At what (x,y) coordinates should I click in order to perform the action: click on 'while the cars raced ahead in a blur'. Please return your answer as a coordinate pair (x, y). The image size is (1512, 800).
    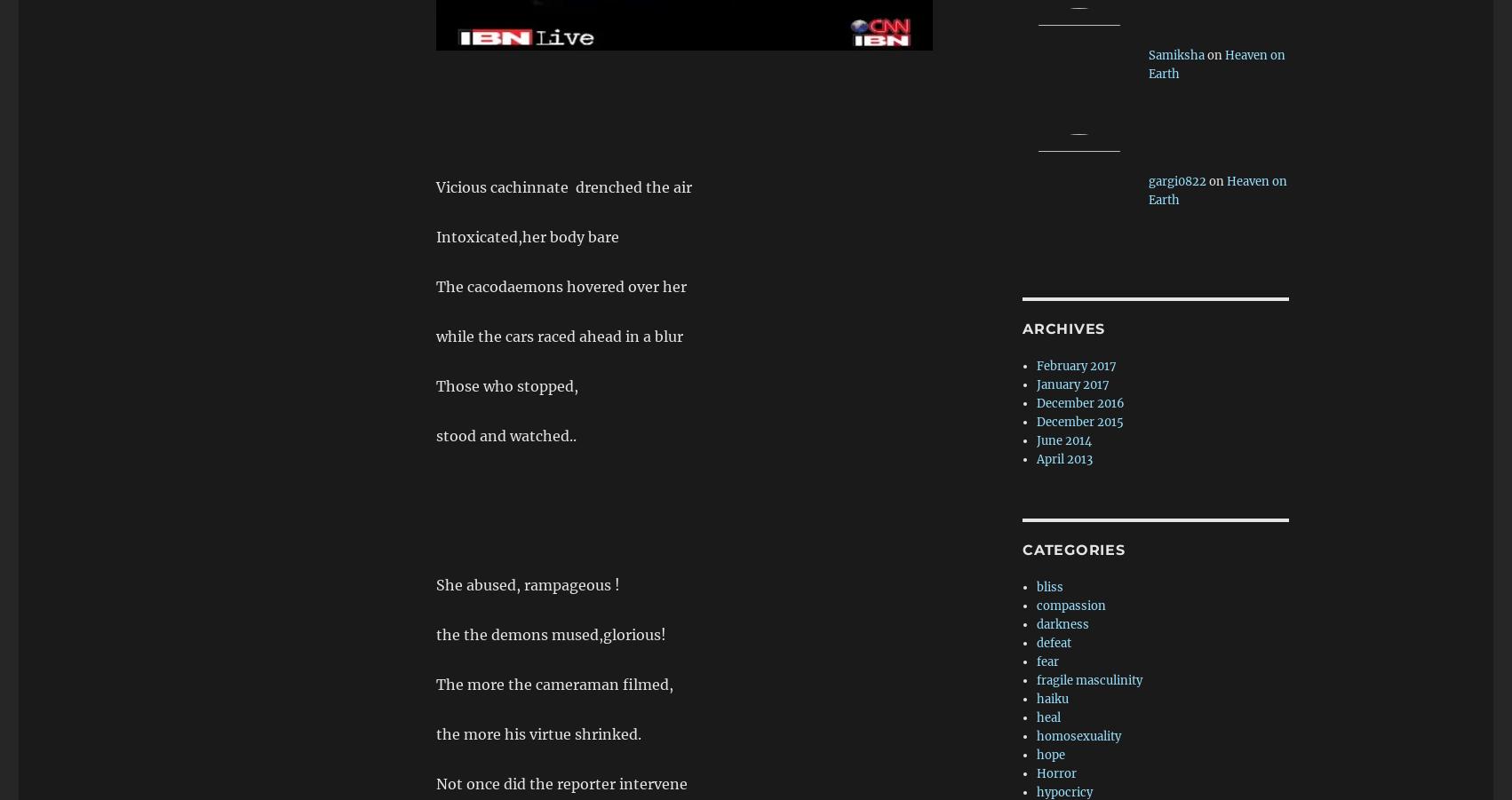
    Looking at the image, I should click on (560, 335).